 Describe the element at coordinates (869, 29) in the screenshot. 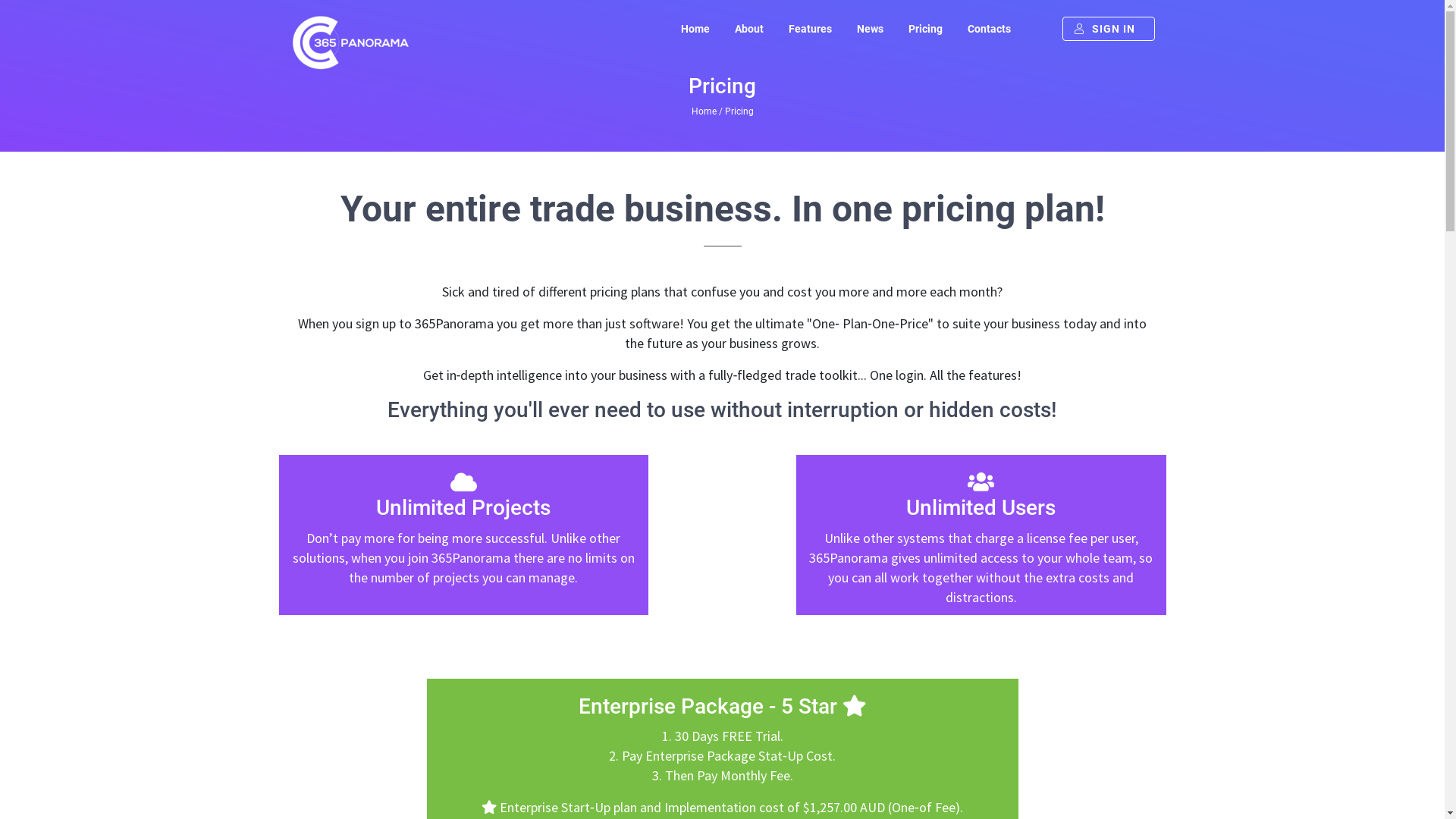

I see `'News'` at that location.